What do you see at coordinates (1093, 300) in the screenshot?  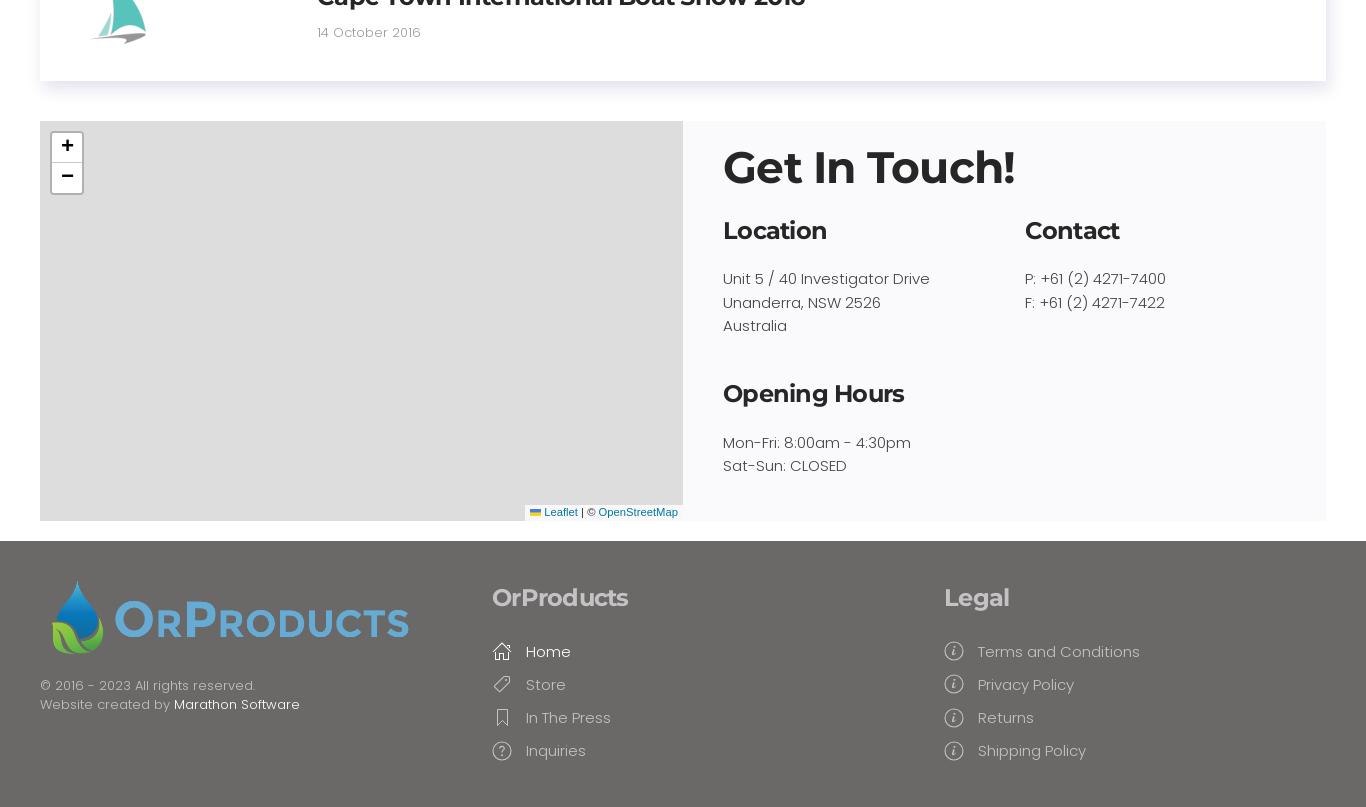 I see `'F: +61 (2) 4271-7422'` at bounding box center [1093, 300].